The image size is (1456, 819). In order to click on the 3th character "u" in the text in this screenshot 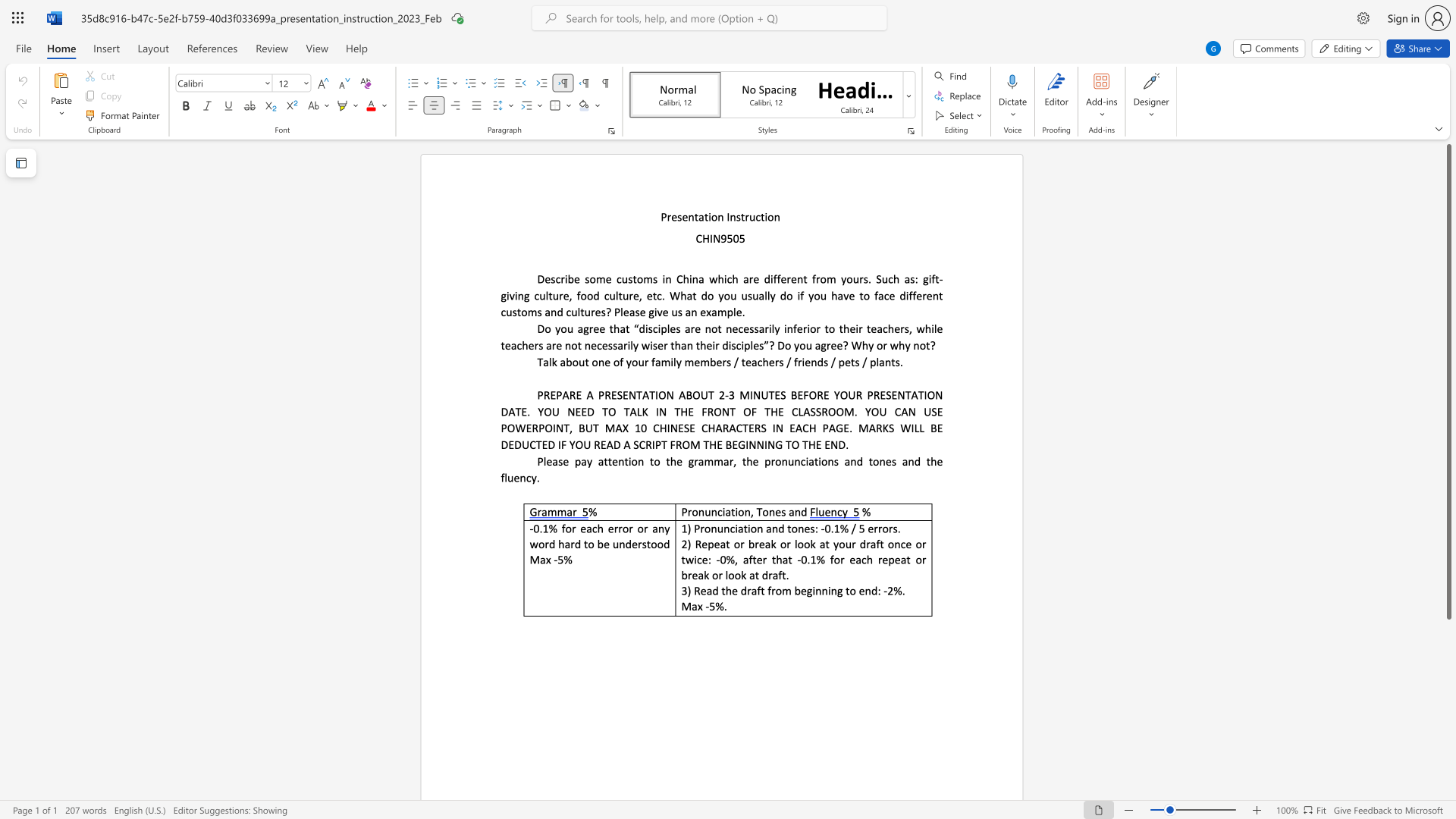, I will do `click(884, 279)`.